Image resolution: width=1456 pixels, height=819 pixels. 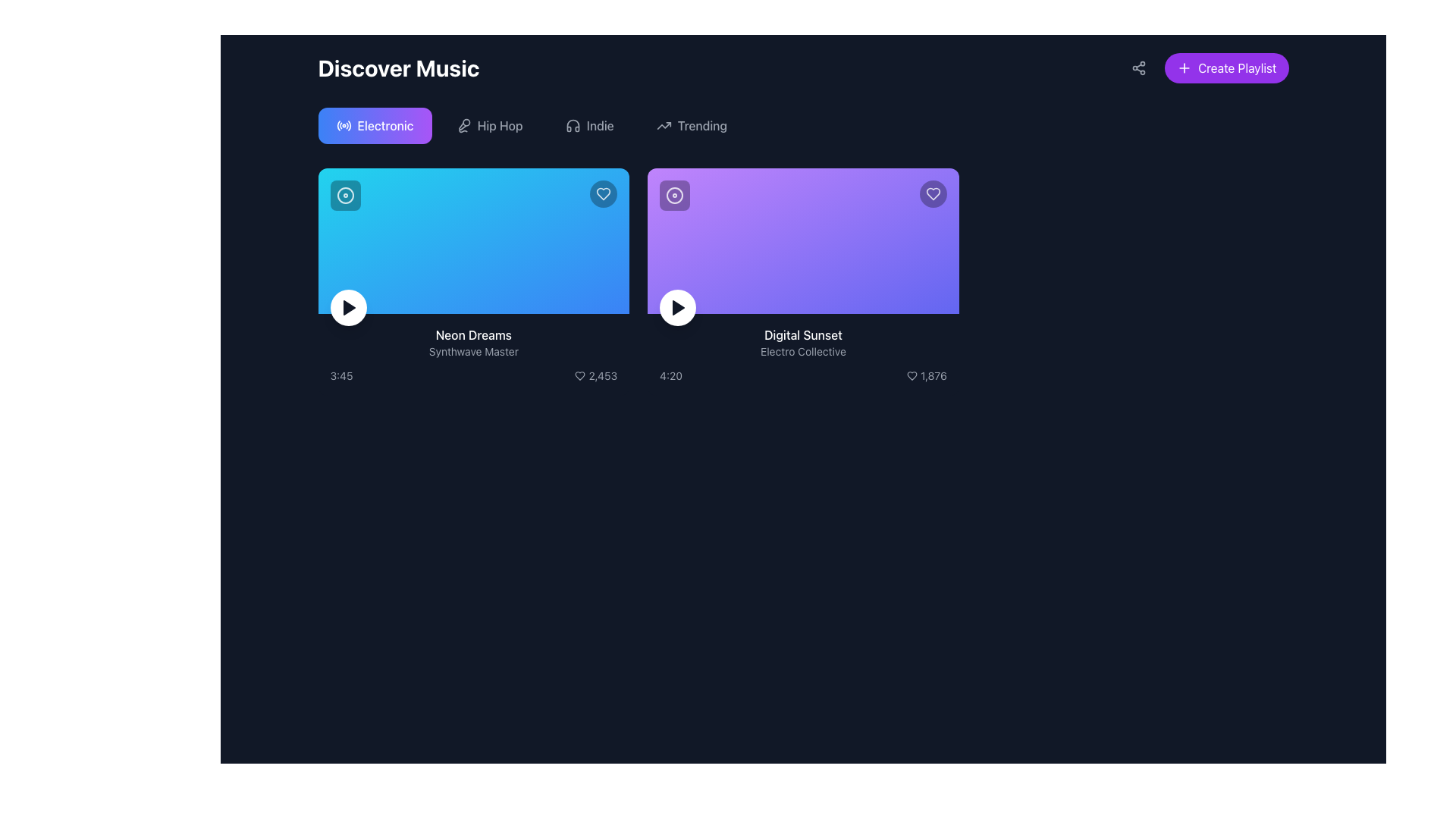 What do you see at coordinates (802, 354) in the screenshot?
I see `the informational text block that provides details about the music track, including title, artist, duration, and likes, located in the second column of the grid layout beneath the heading section` at bounding box center [802, 354].